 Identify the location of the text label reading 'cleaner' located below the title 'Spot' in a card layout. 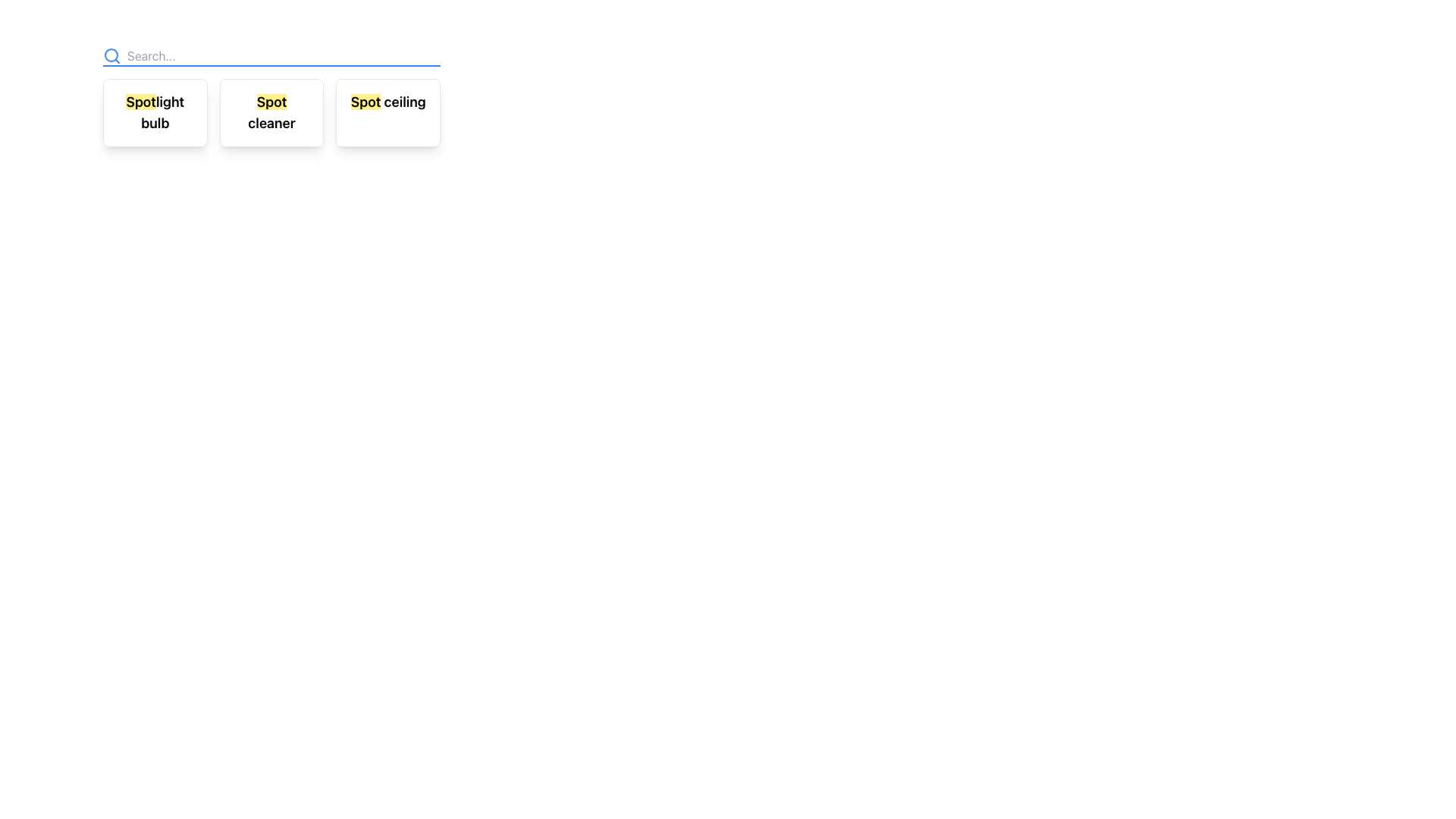
(271, 122).